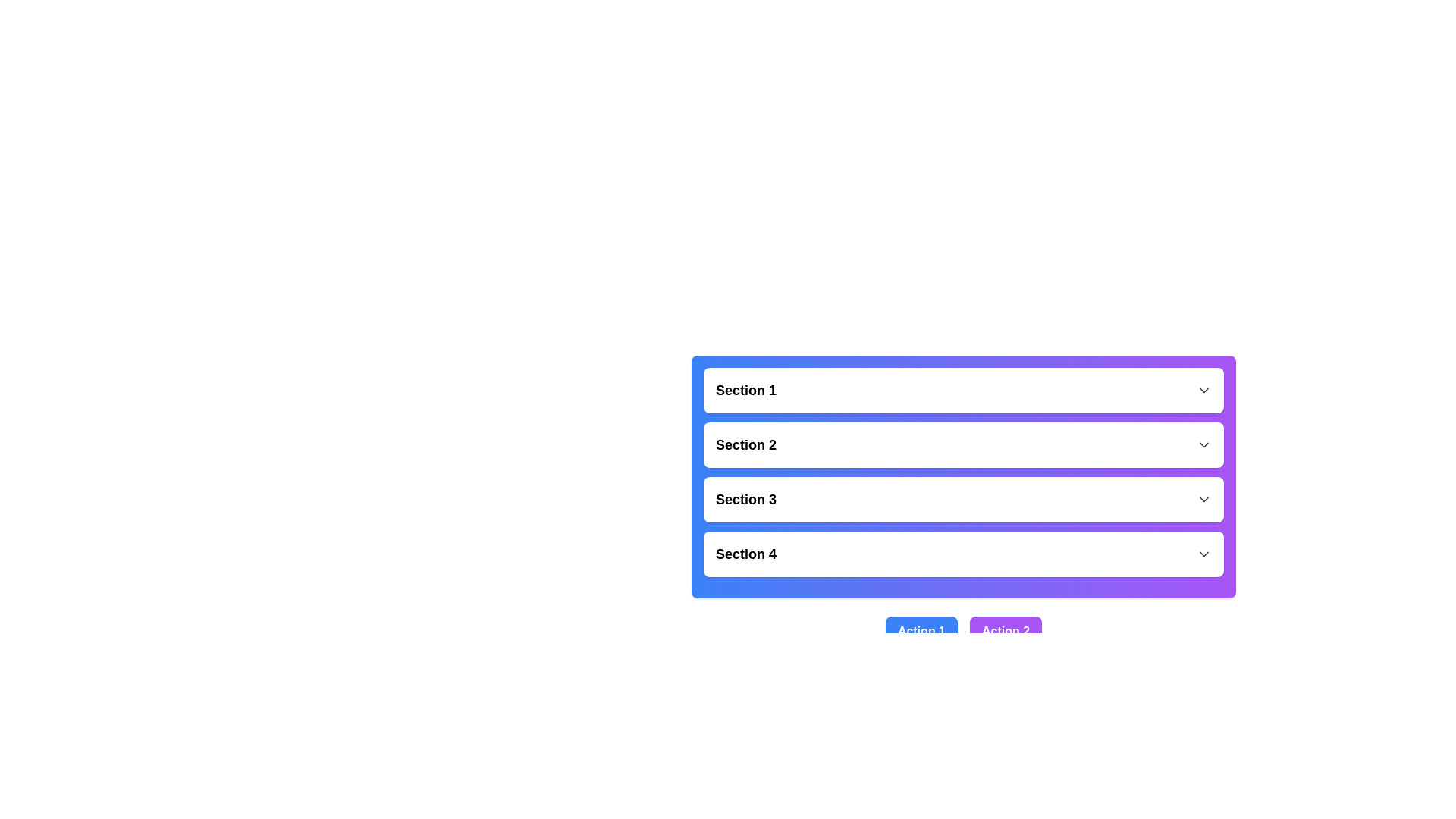 This screenshot has width=1456, height=819. Describe the element at coordinates (745, 500) in the screenshot. I see `the label that identifies the section, which is located third from the top in a vertically stacked list, positioned left of a downward-pointing arrow icon` at that location.